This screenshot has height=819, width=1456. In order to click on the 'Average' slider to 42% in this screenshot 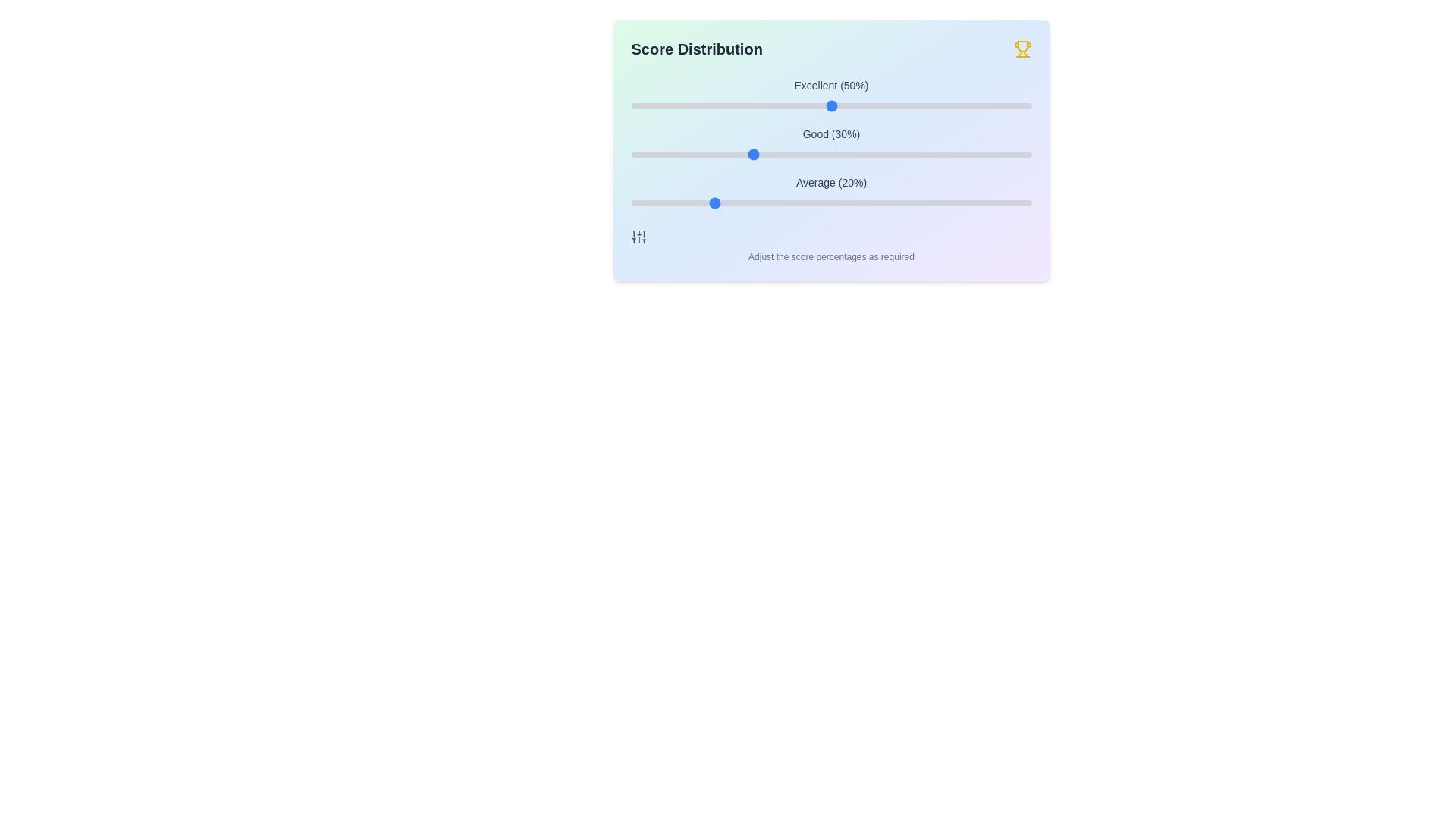, I will do `click(799, 202)`.